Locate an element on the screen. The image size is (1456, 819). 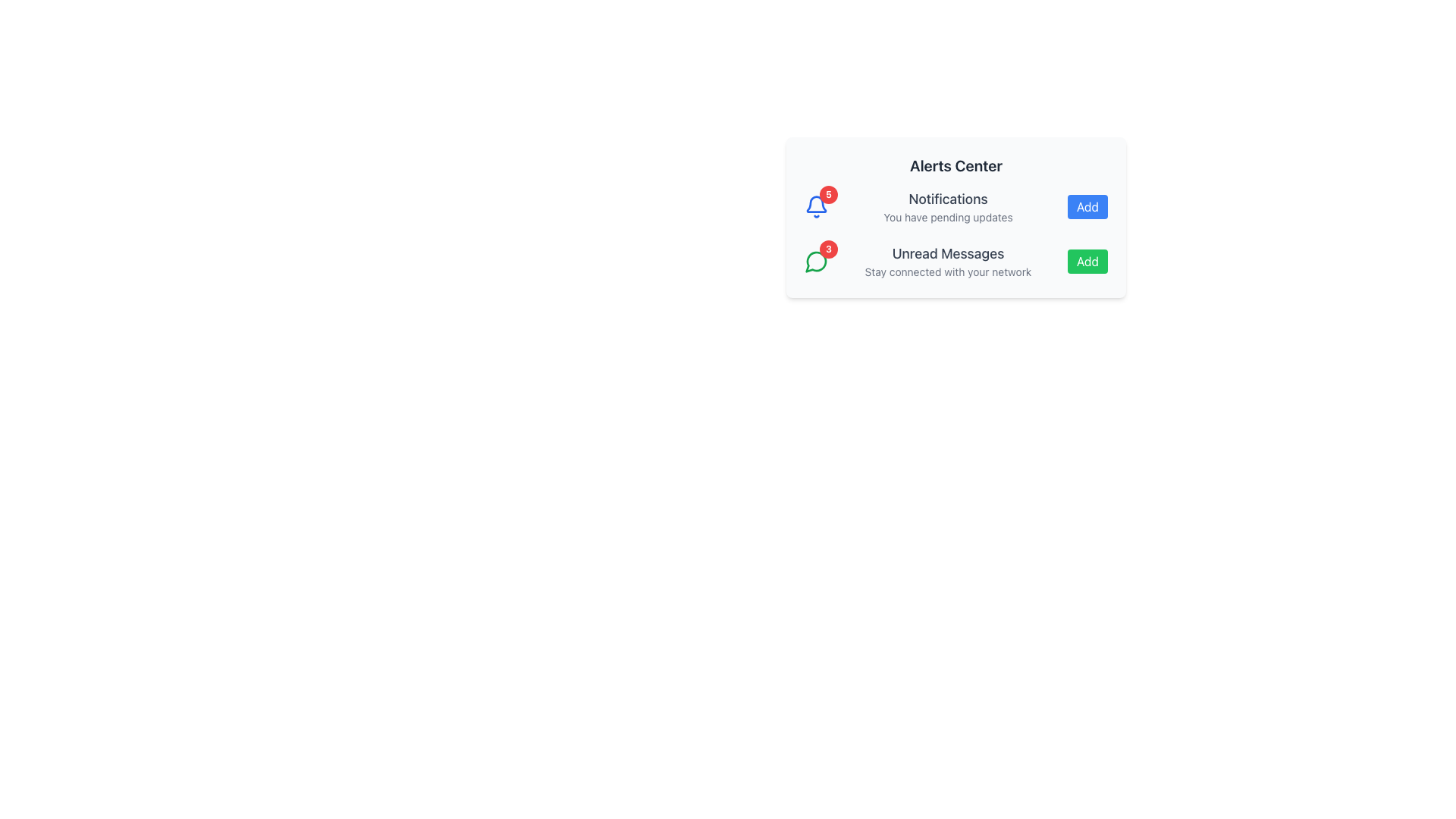
the Badge notification icon indicating 3 unread messages, located in the notifications panel below the Notifications section is located at coordinates (815, 260).